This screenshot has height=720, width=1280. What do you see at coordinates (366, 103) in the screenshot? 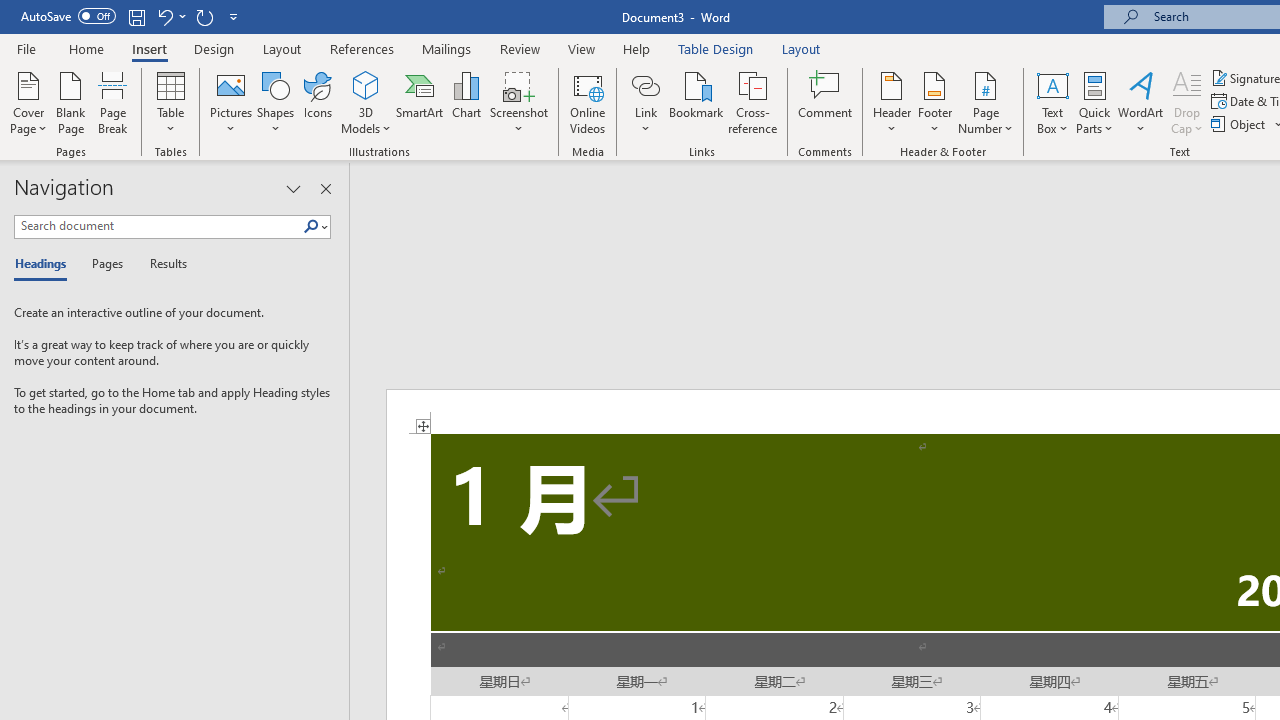
I see `'3D Models'` at bounding box center [366, 103].